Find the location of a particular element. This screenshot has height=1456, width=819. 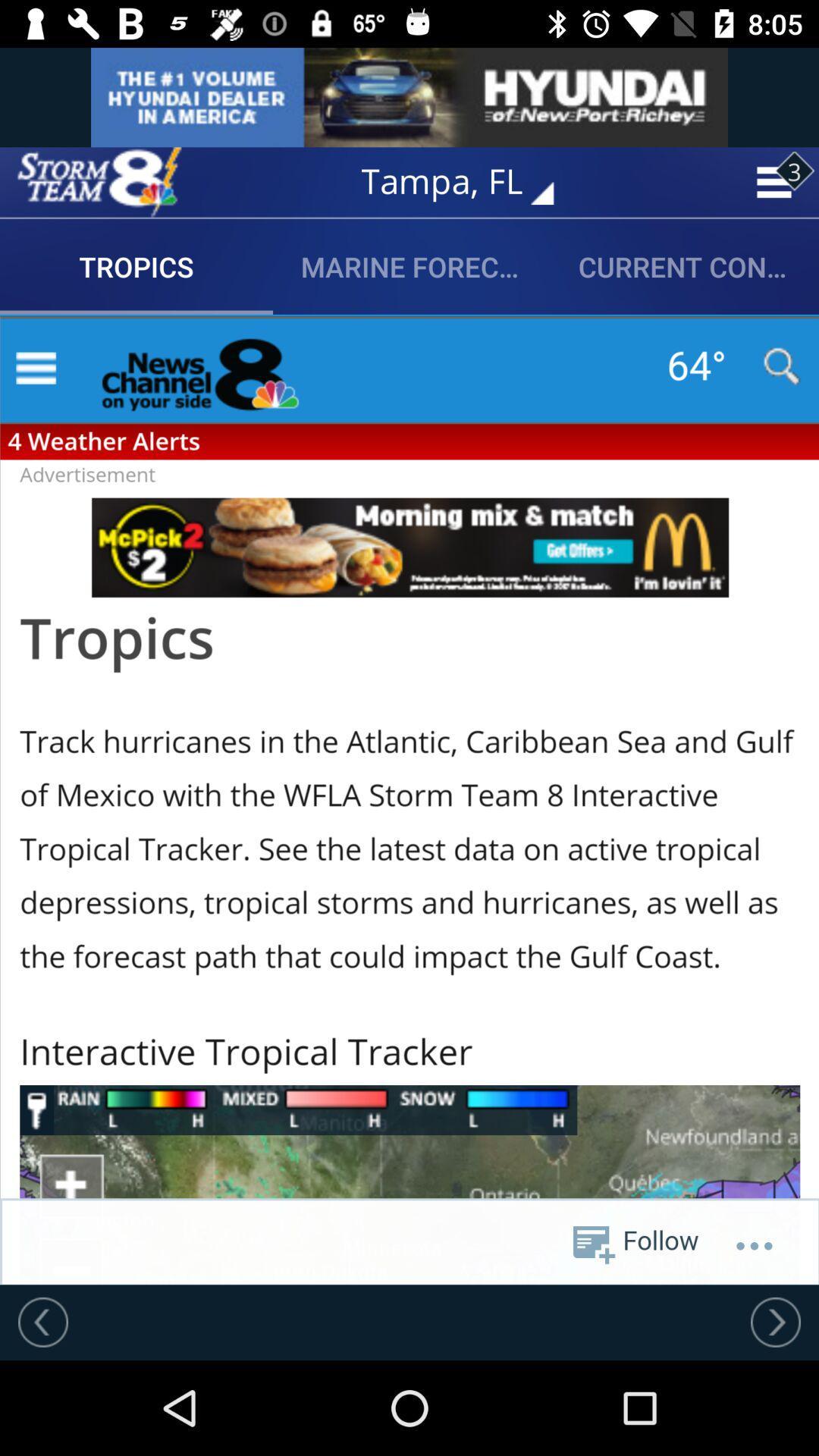

go back is located at coordinates (42, 1321).